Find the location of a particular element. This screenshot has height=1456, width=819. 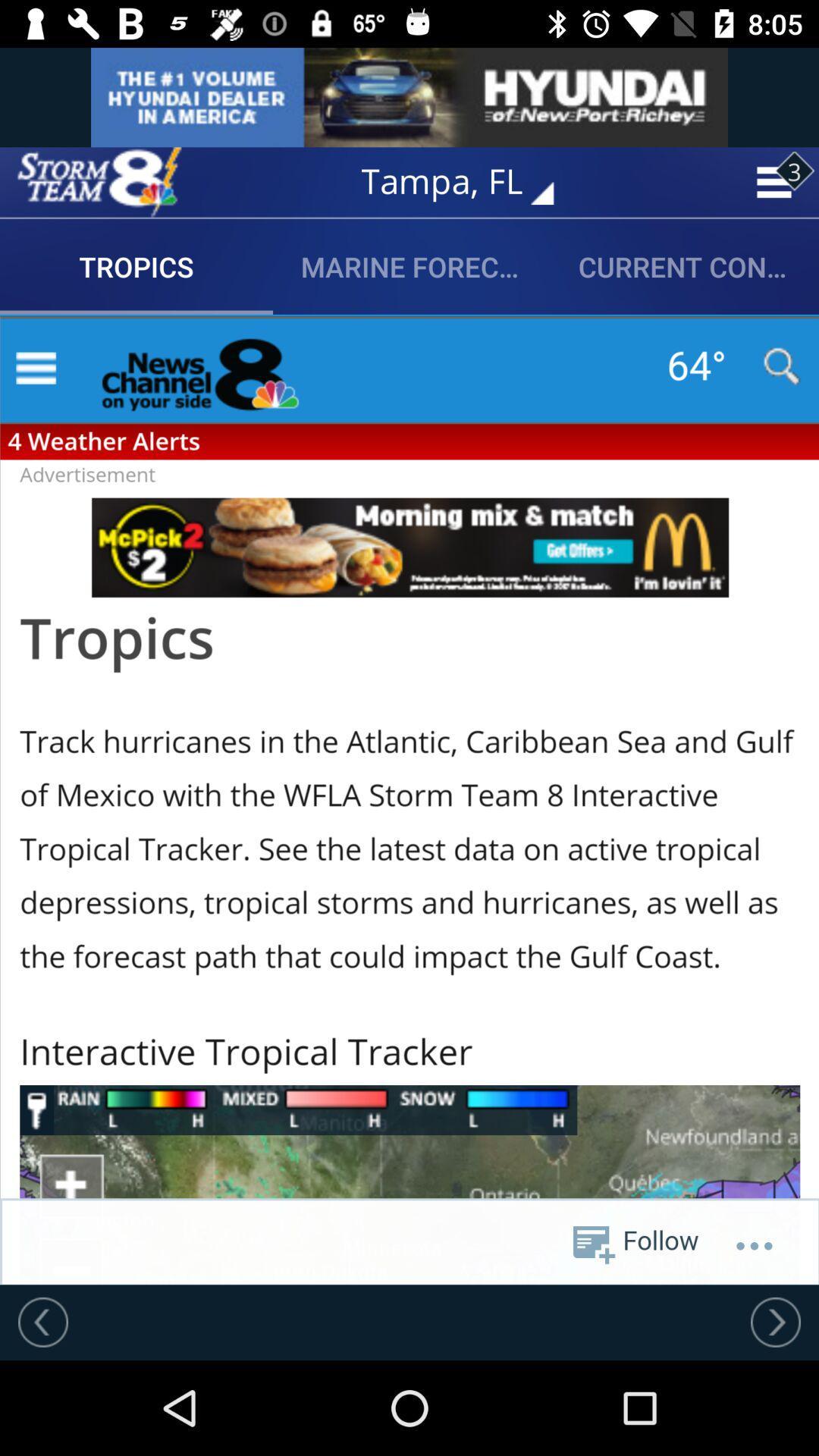

go back is located at coordinates (42, 1321).